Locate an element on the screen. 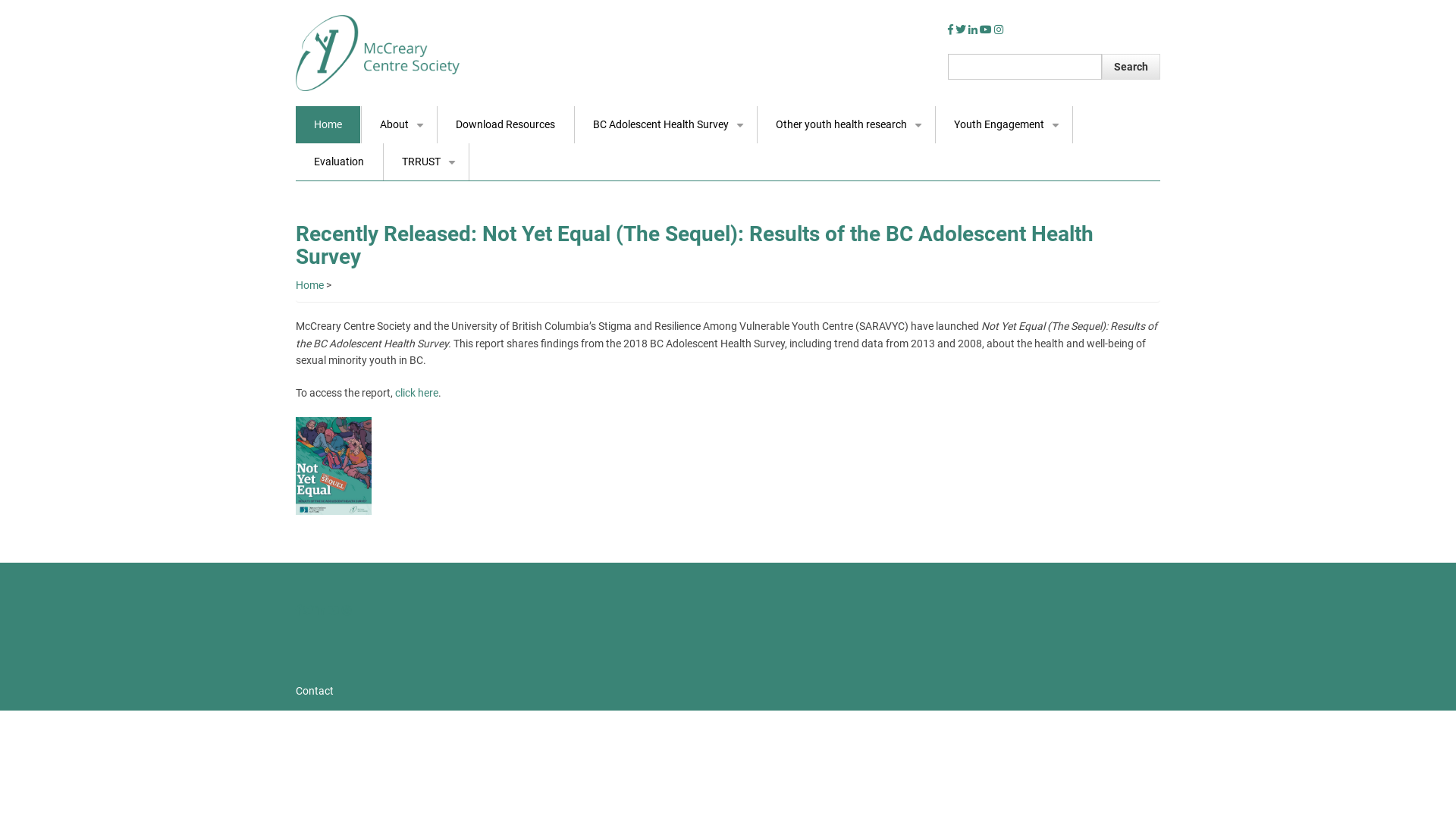 The image size is (1456, 819). 'Enter the terms you wish to search for.' is located at coordinates (1025, 66).